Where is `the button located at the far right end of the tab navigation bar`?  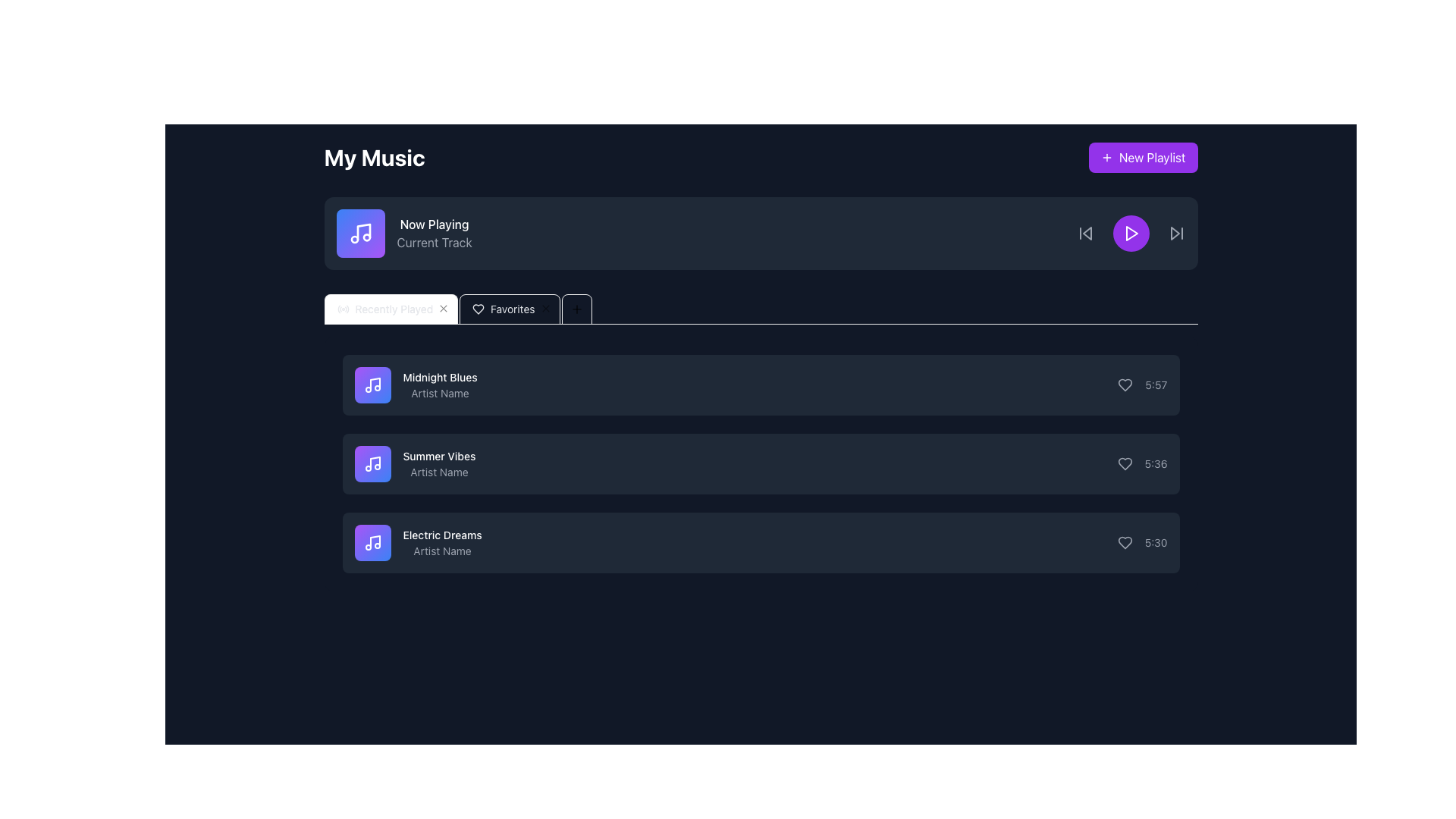
the button located at the far right end of the tab navigation bar is located at coordinates (576, 309).